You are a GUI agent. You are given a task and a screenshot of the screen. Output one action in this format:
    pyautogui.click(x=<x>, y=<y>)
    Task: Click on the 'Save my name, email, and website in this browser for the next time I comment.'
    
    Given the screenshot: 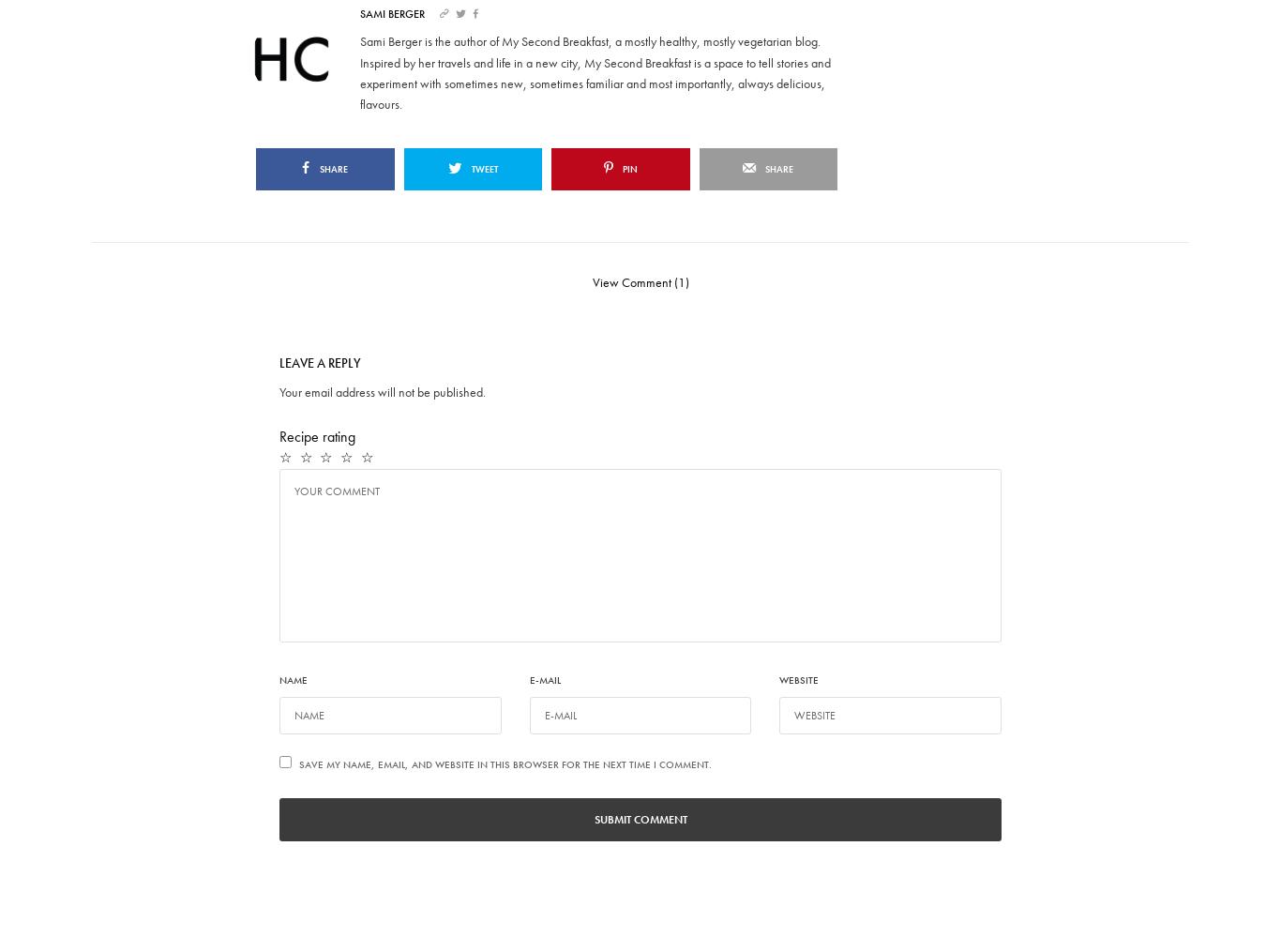 What is the action you would take?
    pyautogui.click(x=505, y=764)
    